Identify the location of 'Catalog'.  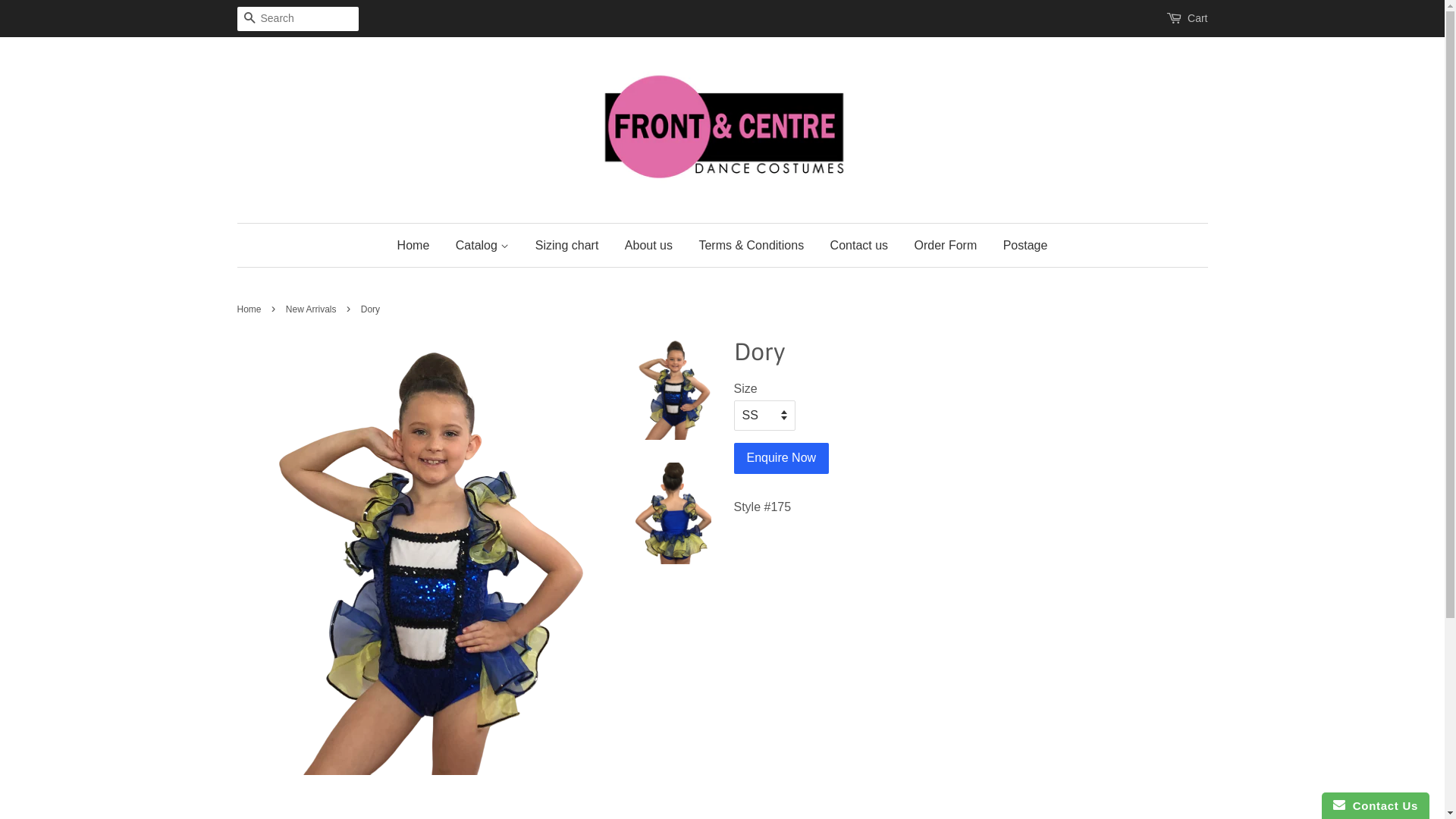
(443, 244).